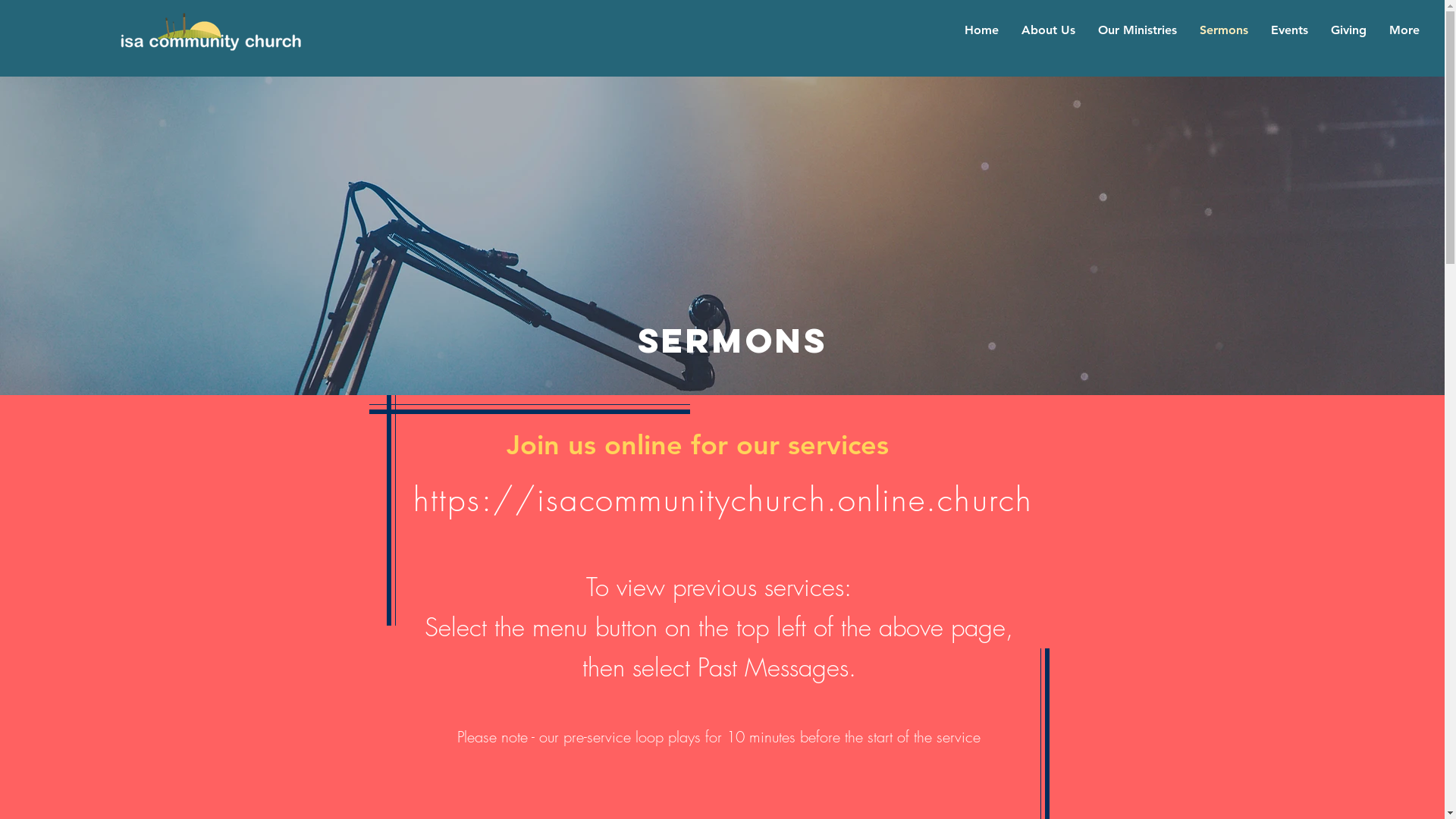 The width and height of the screenshot is (1456, 819). I want to click on 'https://isacommunitychurch.online.church', so click(722, 500).